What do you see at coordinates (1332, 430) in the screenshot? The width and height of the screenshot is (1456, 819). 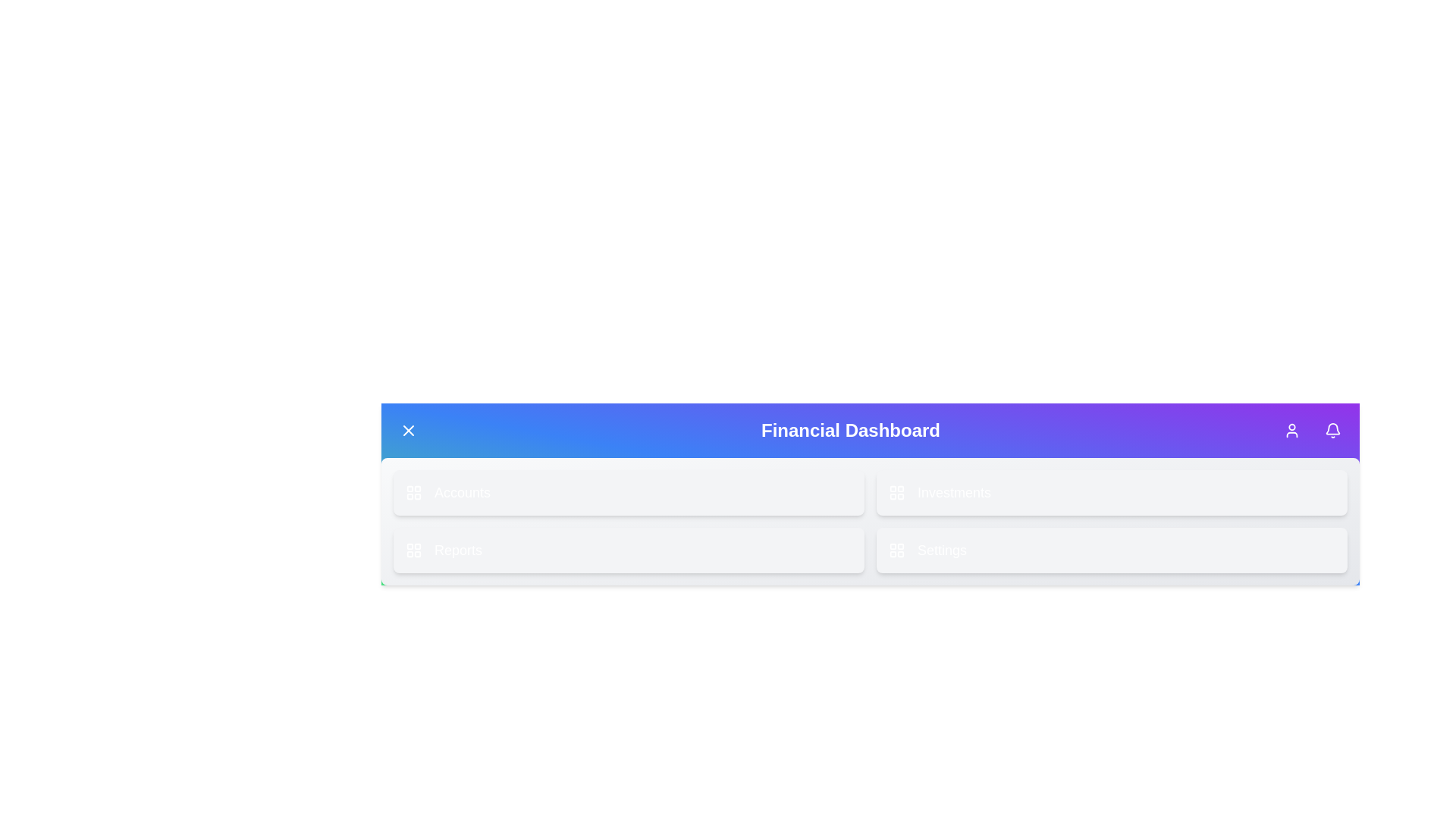 I see `the 'Notifications' icon button` at bounding box center [1332, 430].